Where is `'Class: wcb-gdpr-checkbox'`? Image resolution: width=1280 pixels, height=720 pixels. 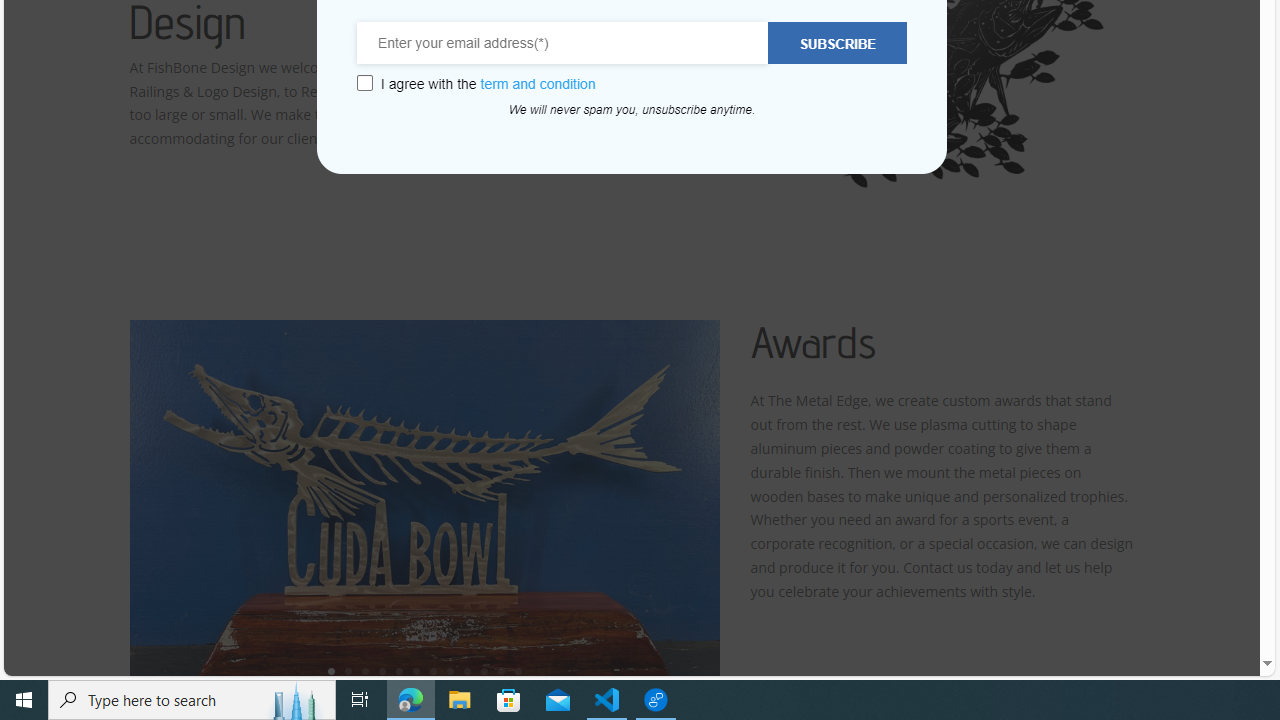
'Class: wcb-gdpr-checkbox' is located at coordinates (364, 82).